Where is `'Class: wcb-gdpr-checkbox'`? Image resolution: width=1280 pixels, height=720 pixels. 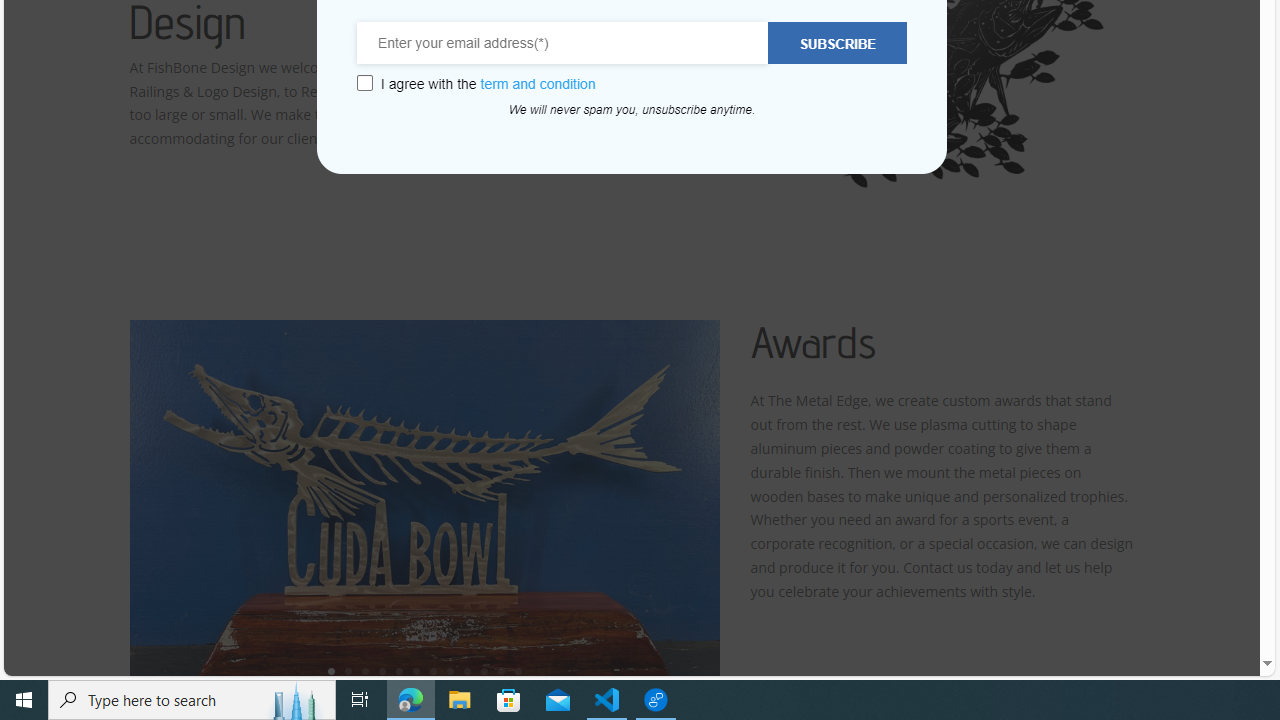
'Class: wcb-gdpr-checkbox' is located at coordinates (364, 82).